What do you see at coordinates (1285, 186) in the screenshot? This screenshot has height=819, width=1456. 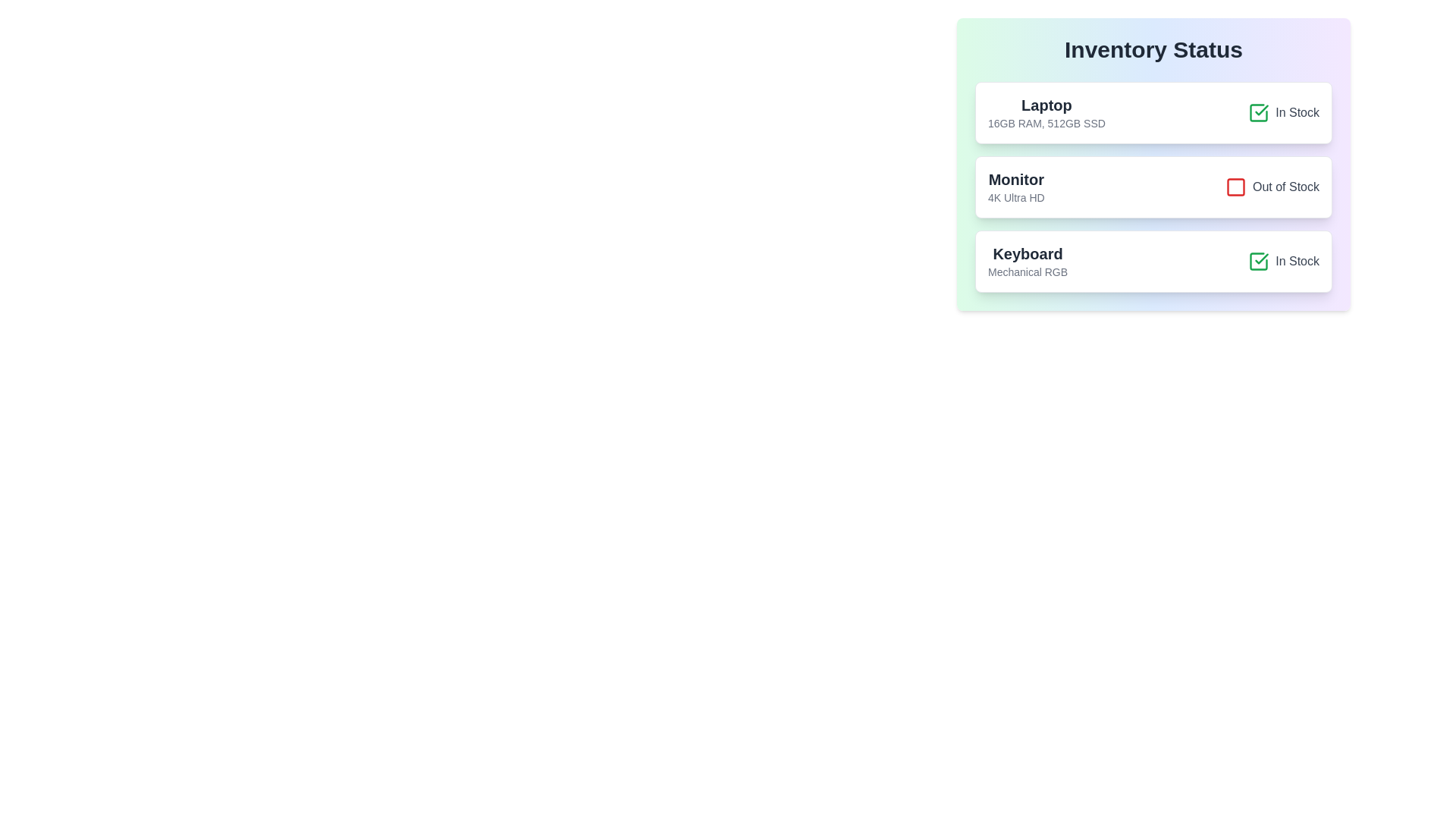 I see `the 'Out of Stock' text label, which is displayed in gray font next to a red icon in the inventory status list for the 'Monitor' entry` at bounding box center [1285, 186].